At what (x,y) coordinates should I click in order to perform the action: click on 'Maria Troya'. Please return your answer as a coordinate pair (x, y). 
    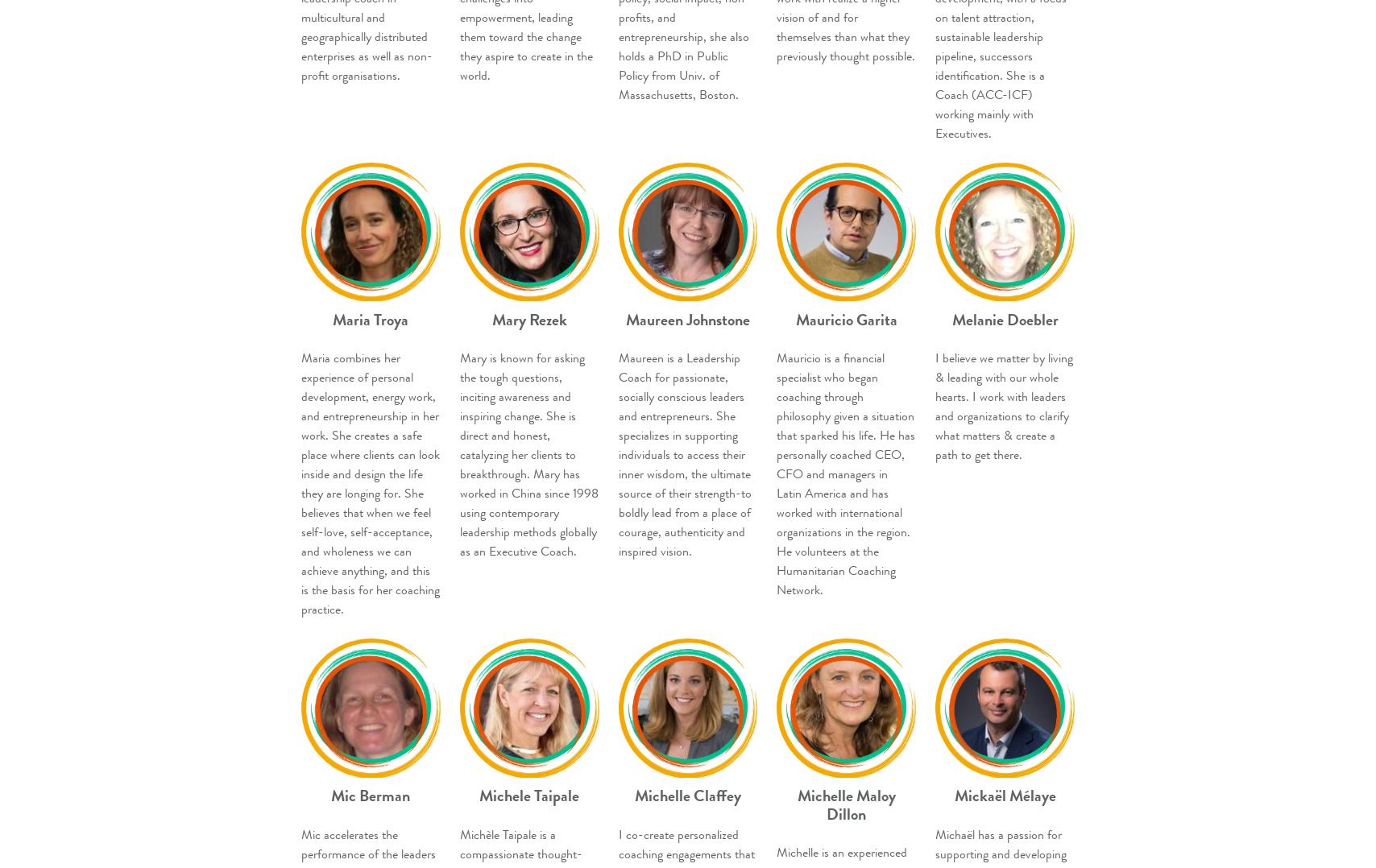
    Looking at the image, I should click on (370, 318).